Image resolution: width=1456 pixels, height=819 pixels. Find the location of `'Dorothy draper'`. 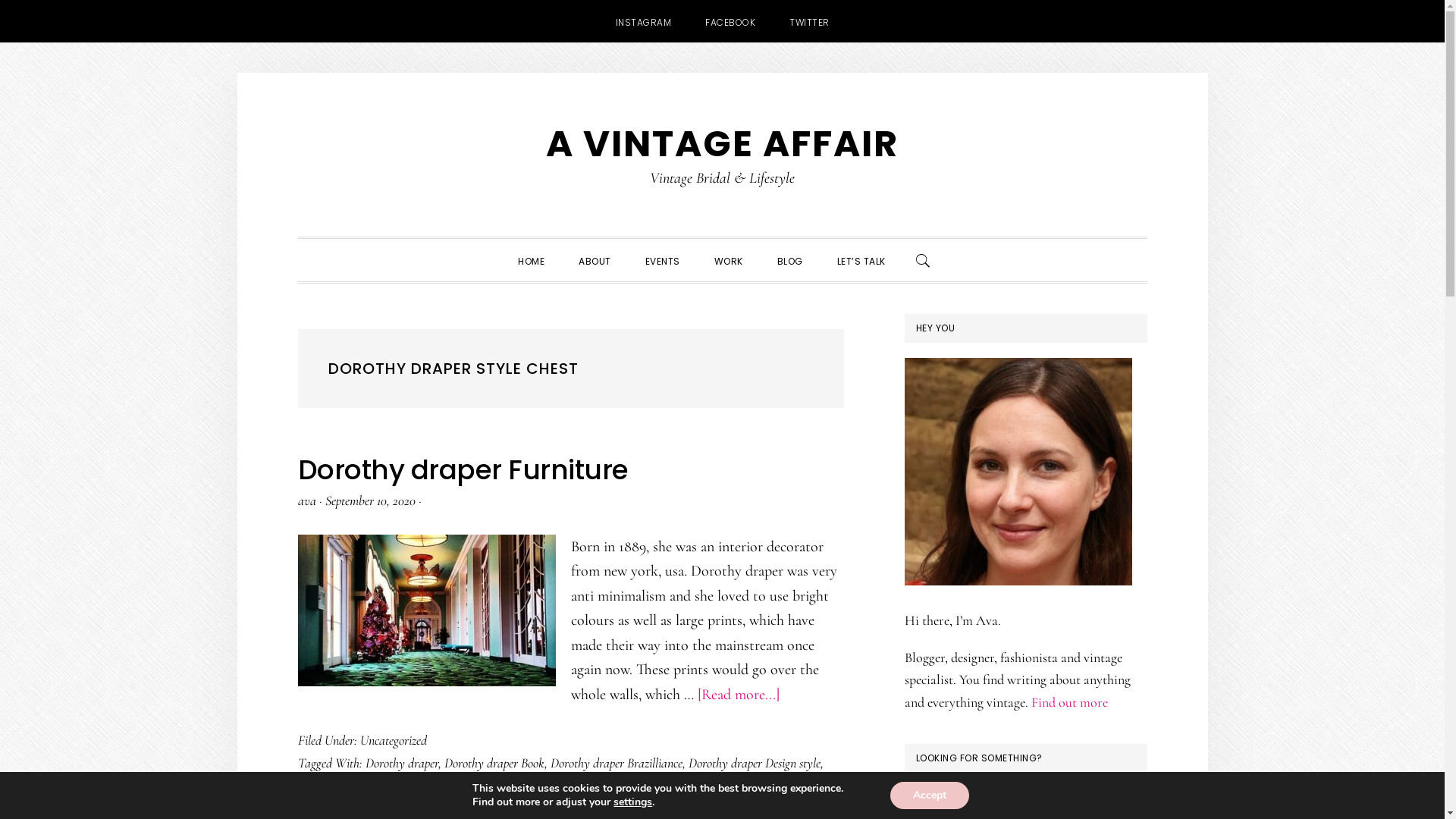

'Dorothy draper' is located at coordinates (365, 763).